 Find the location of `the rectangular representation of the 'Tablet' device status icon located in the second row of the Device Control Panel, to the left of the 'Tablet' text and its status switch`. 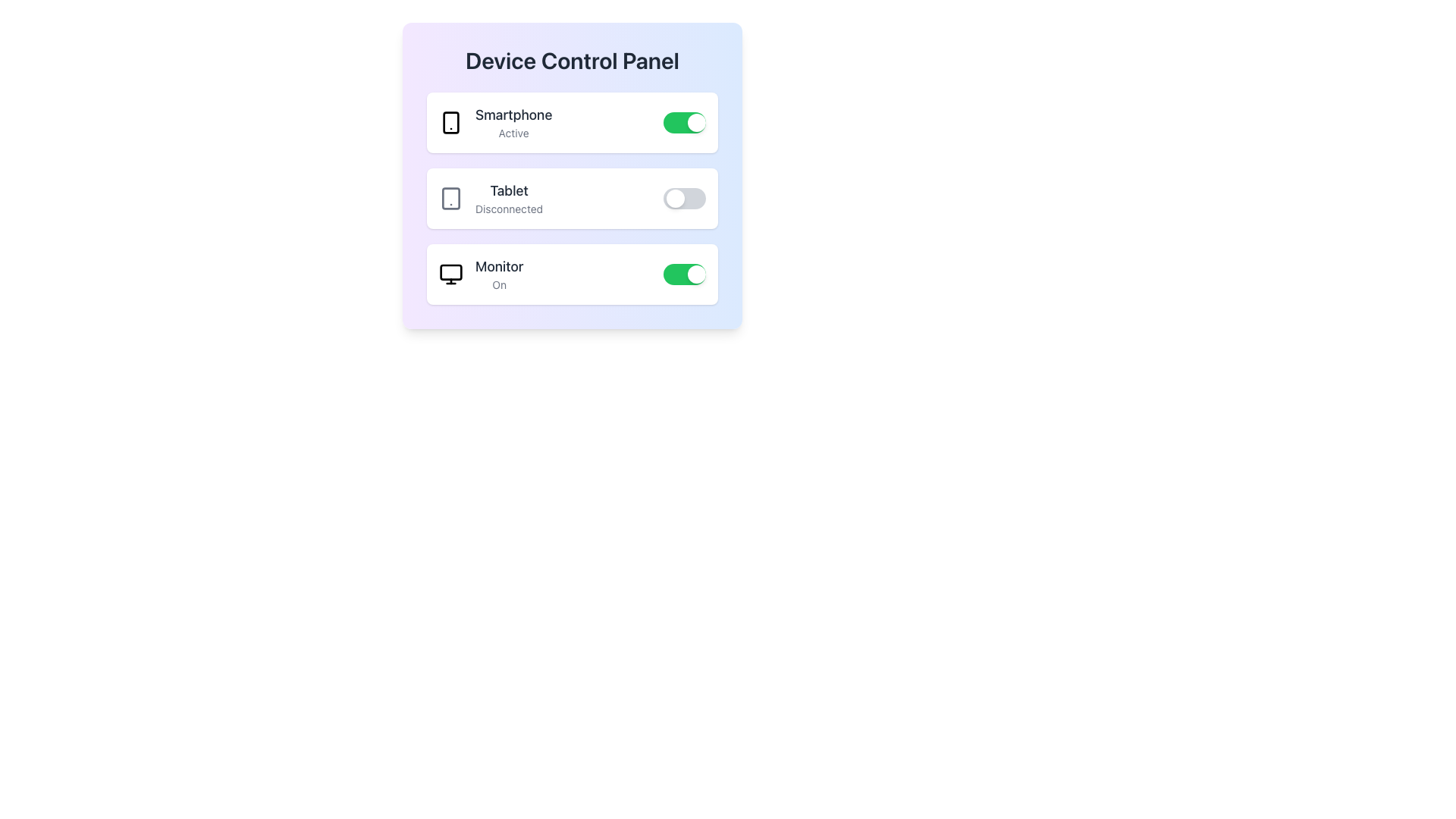

the rectangular representation of the 'Tablet' device status icon located in the second row of the Device Control Panel, to the left of the 'Tablet' text and its status switch is located at coordinates (450, 198).